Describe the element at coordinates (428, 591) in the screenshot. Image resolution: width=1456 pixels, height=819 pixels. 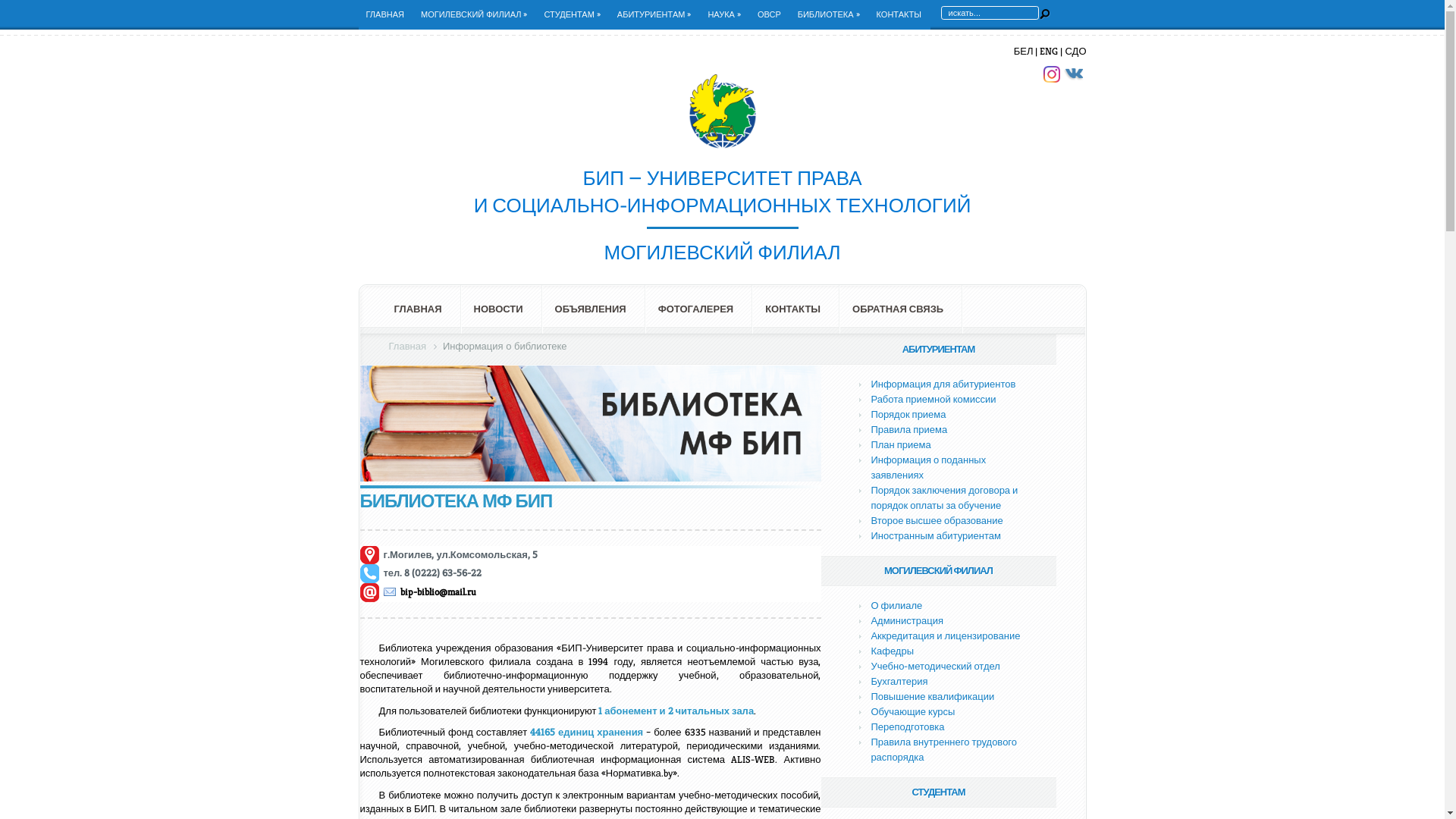
I see `'bip-biblio@mail.ru'` at that location.